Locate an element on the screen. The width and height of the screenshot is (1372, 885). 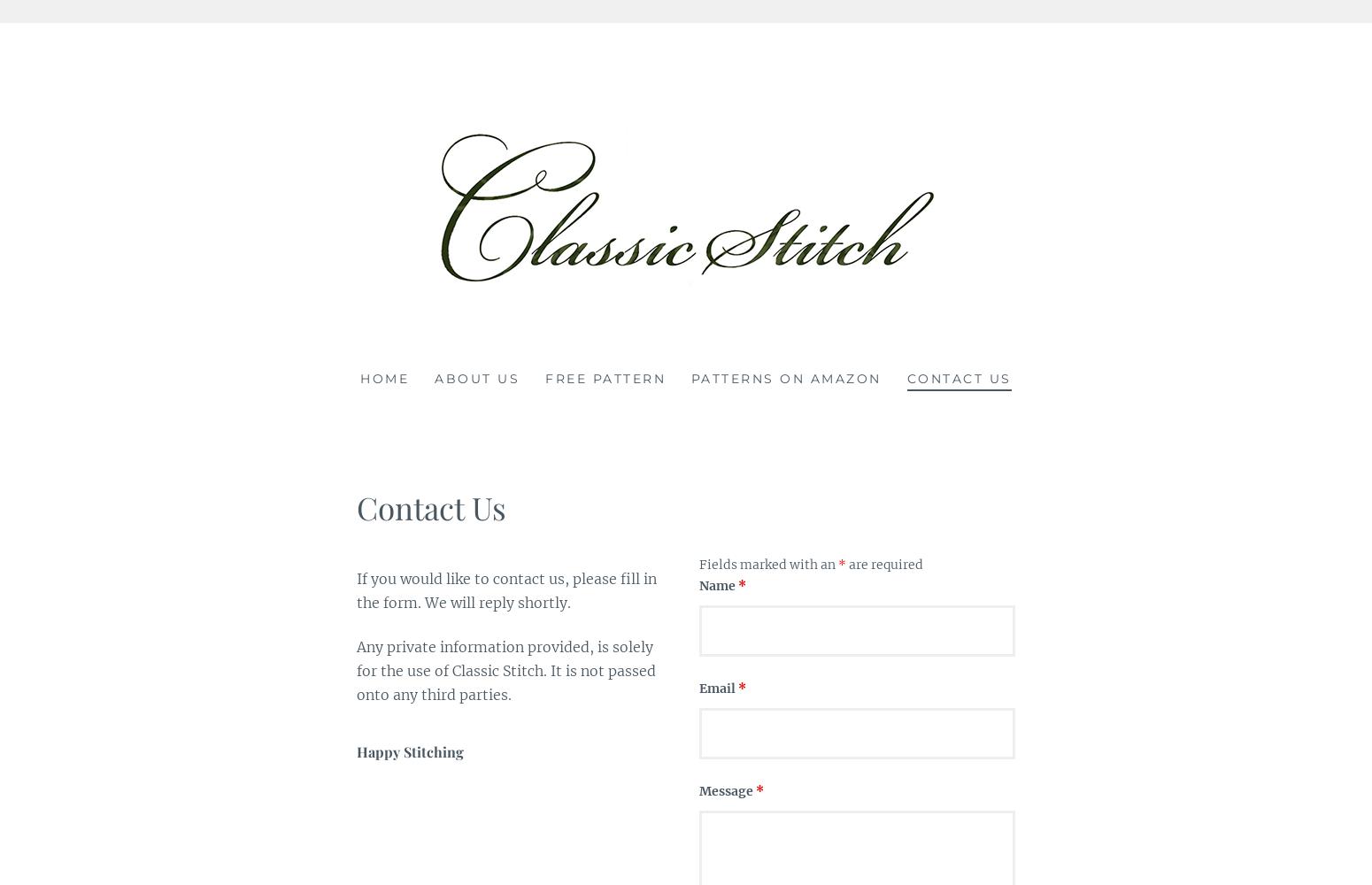
'Classic Stitch' is located at coordinates (153, 370).